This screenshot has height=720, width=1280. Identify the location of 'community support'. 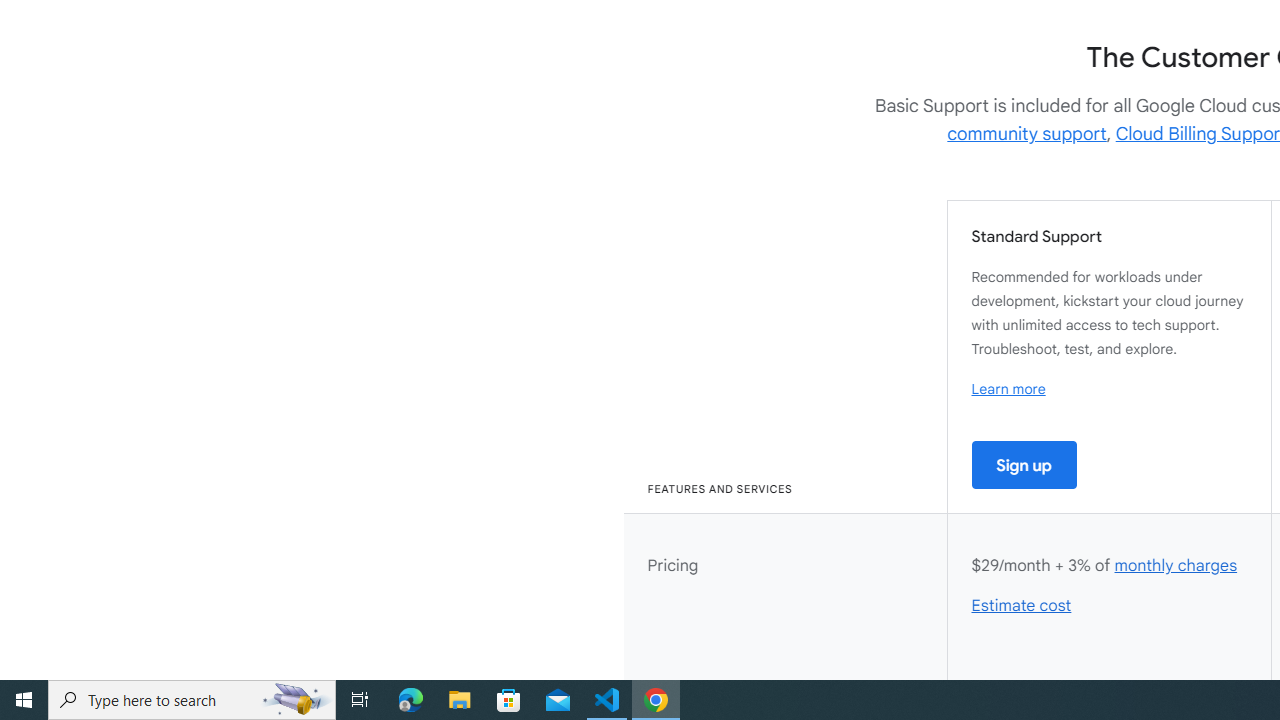
(1027, 133).